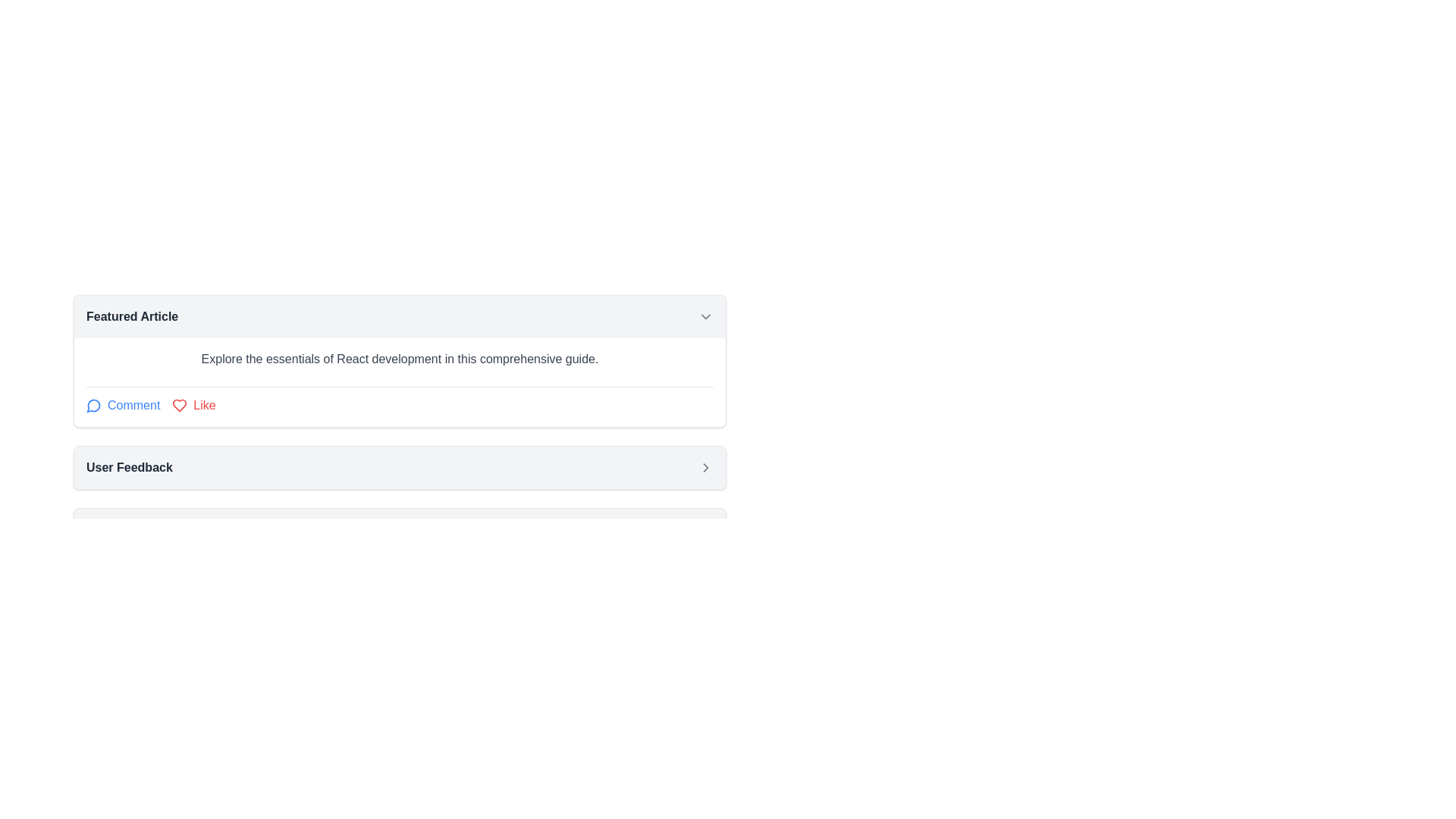 This screenshot has width=1456, height=819. What do you see at coordinates (180, 405) in the screenshot?
I see `the heart-shaped hollow icon, styled in red, to like the post located in the action bar below the content titled 'Explore the essentials of React development in this comprehensive guide.'` at bounding box center [180, 405].